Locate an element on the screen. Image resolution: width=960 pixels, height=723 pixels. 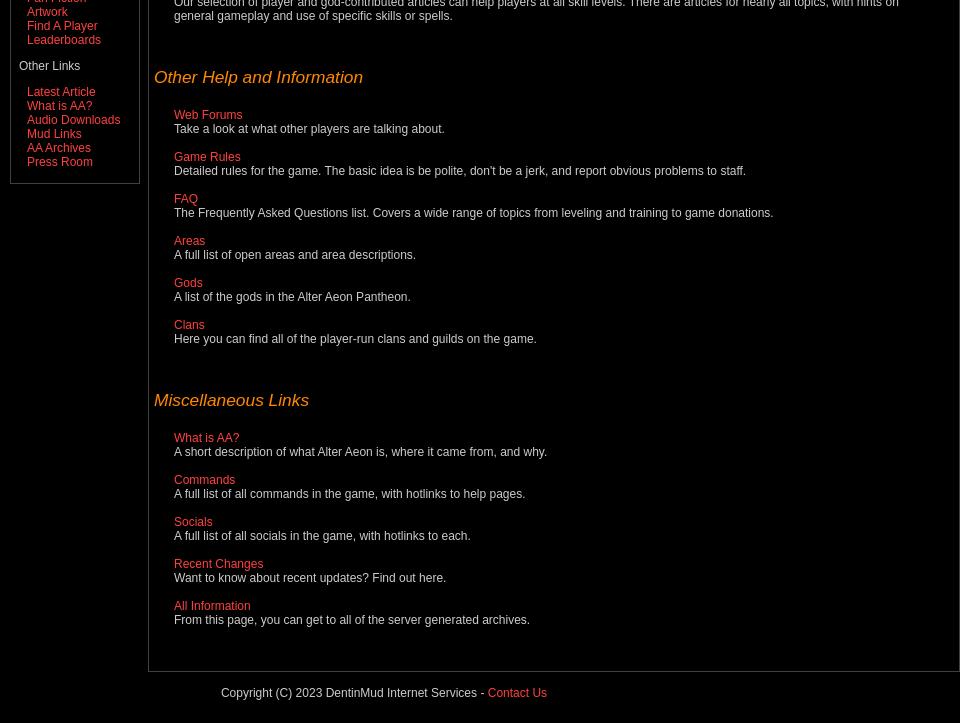
'Leaderboards' is located at coordinates (64, 39).